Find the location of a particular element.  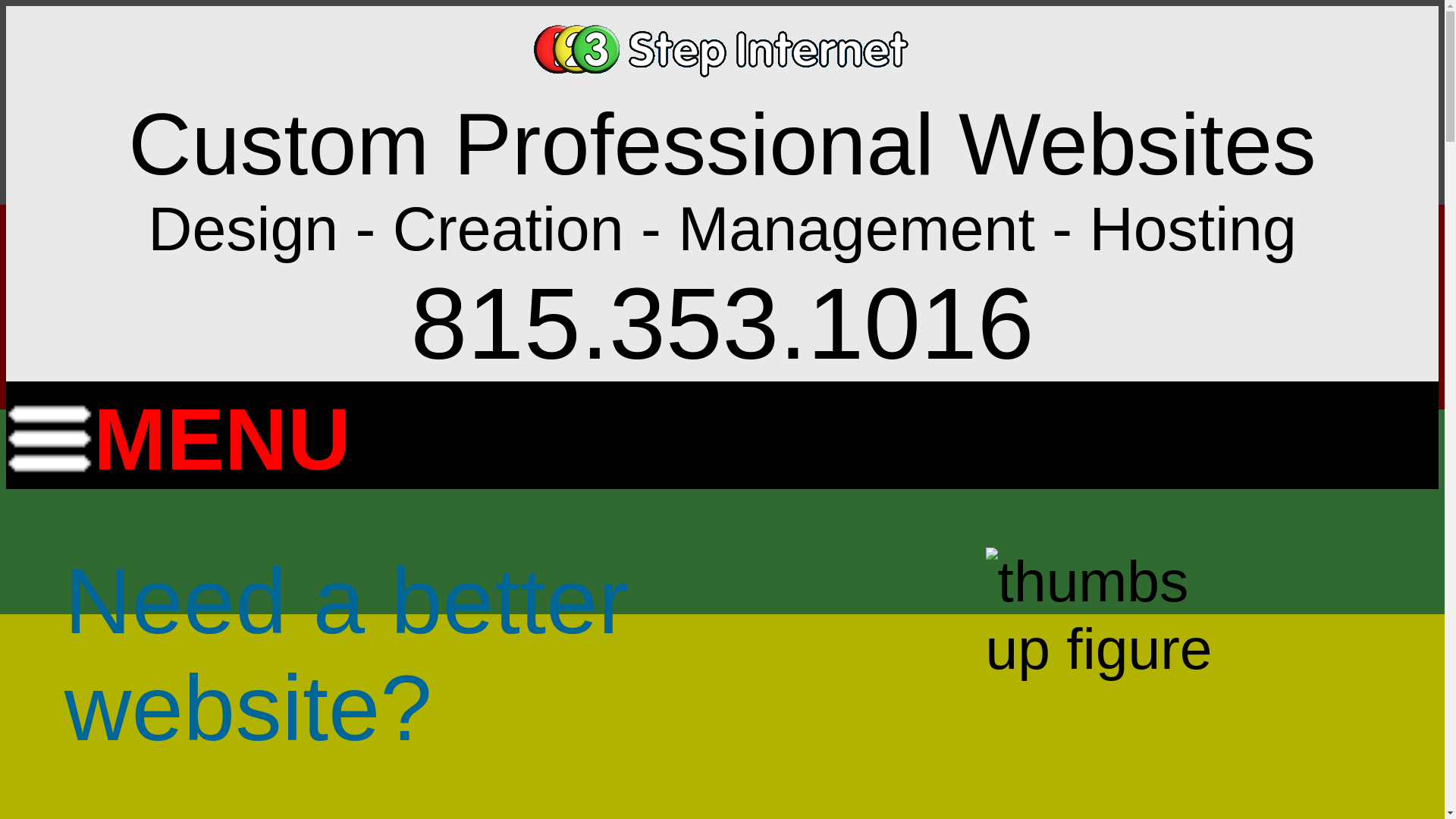

'3 Step Sites Are A-Ok' is located at coordinates (1106, 614).